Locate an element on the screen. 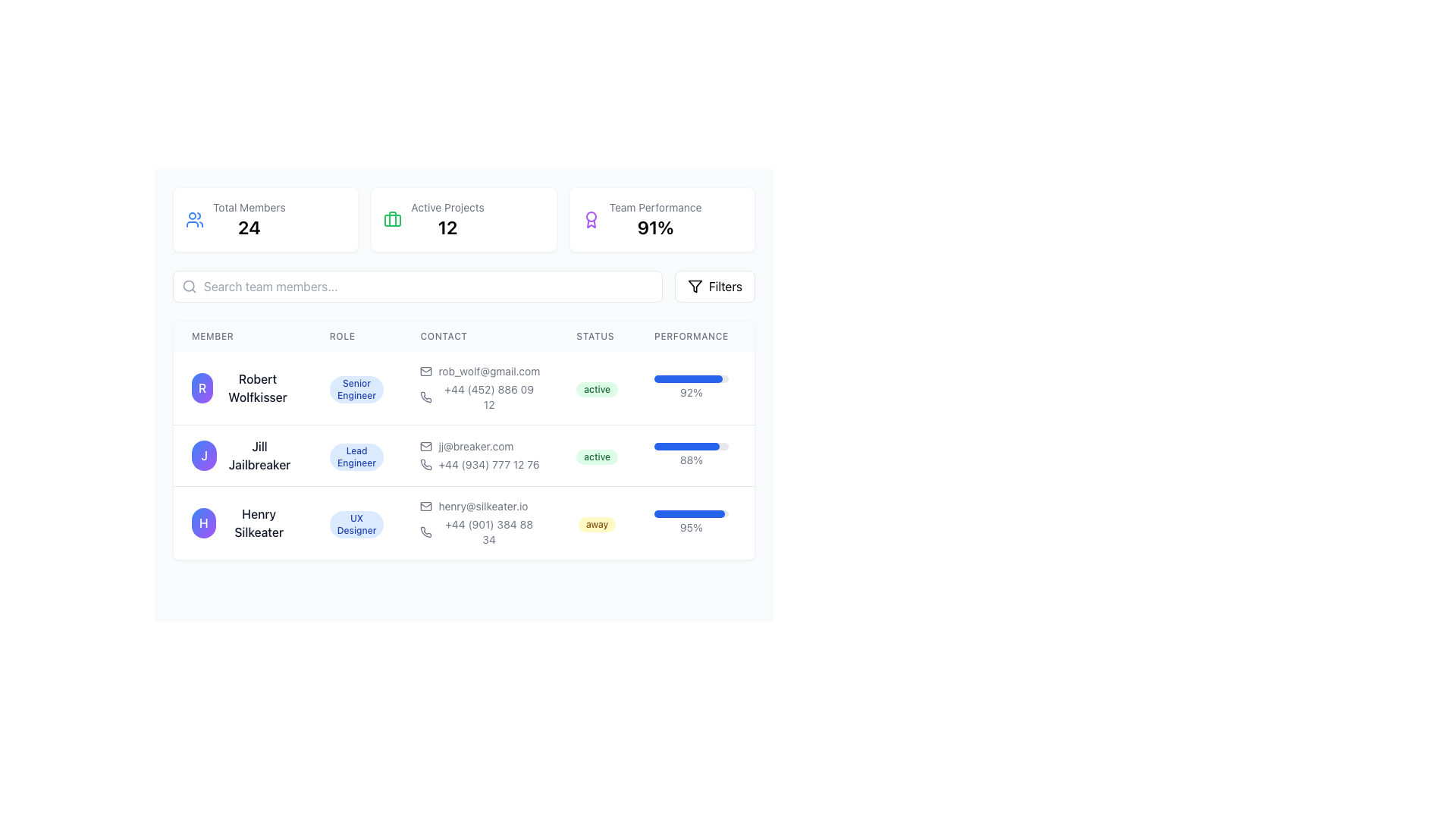 This screenshot has width=1456, height=819. the phone number text label in the 'Contact' column of the second row, which is displayed in small gray text and is located below the email address is located at coordinates (479, 464).